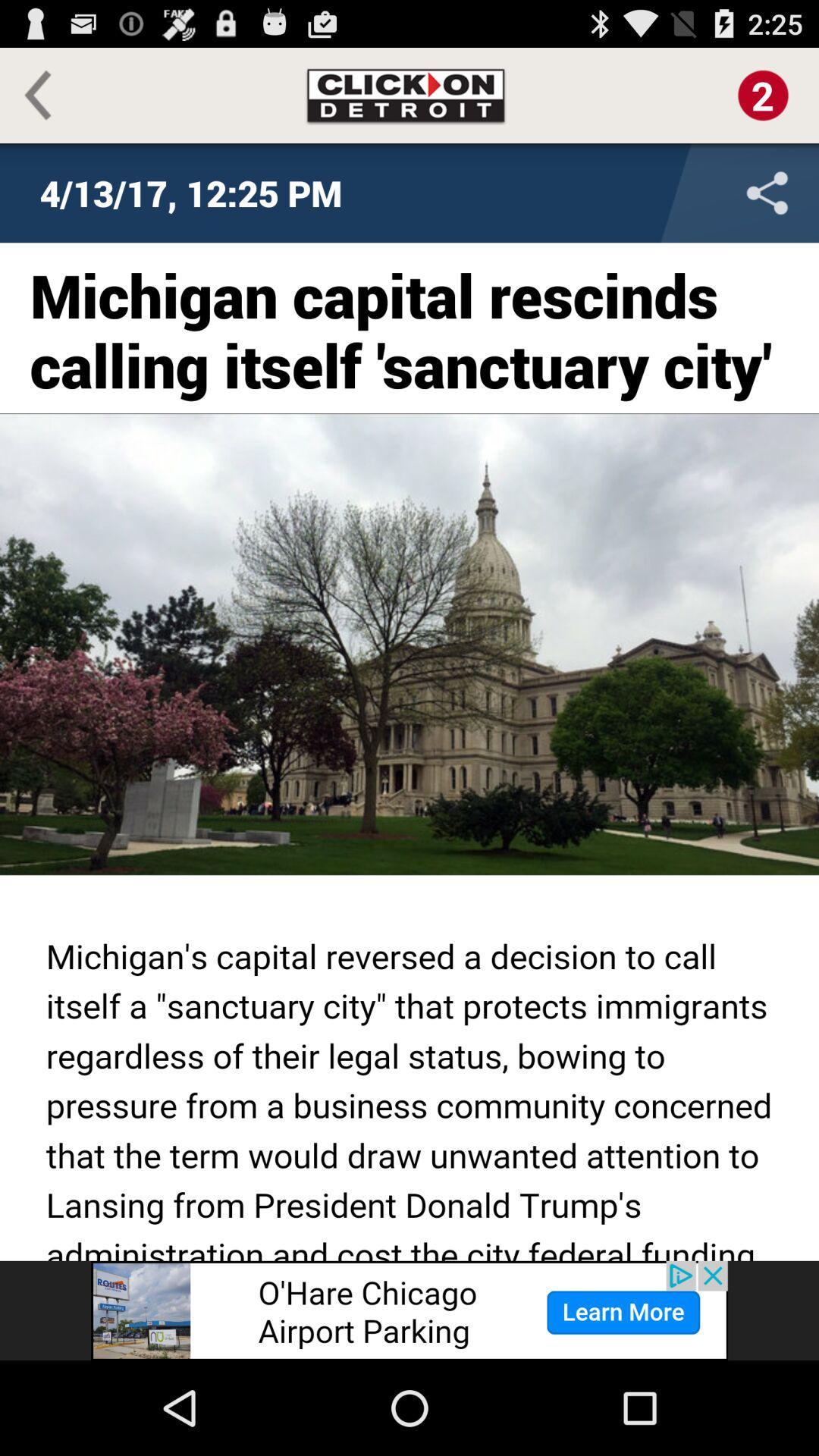  I want to click on advertisement, so click(409, 1310).